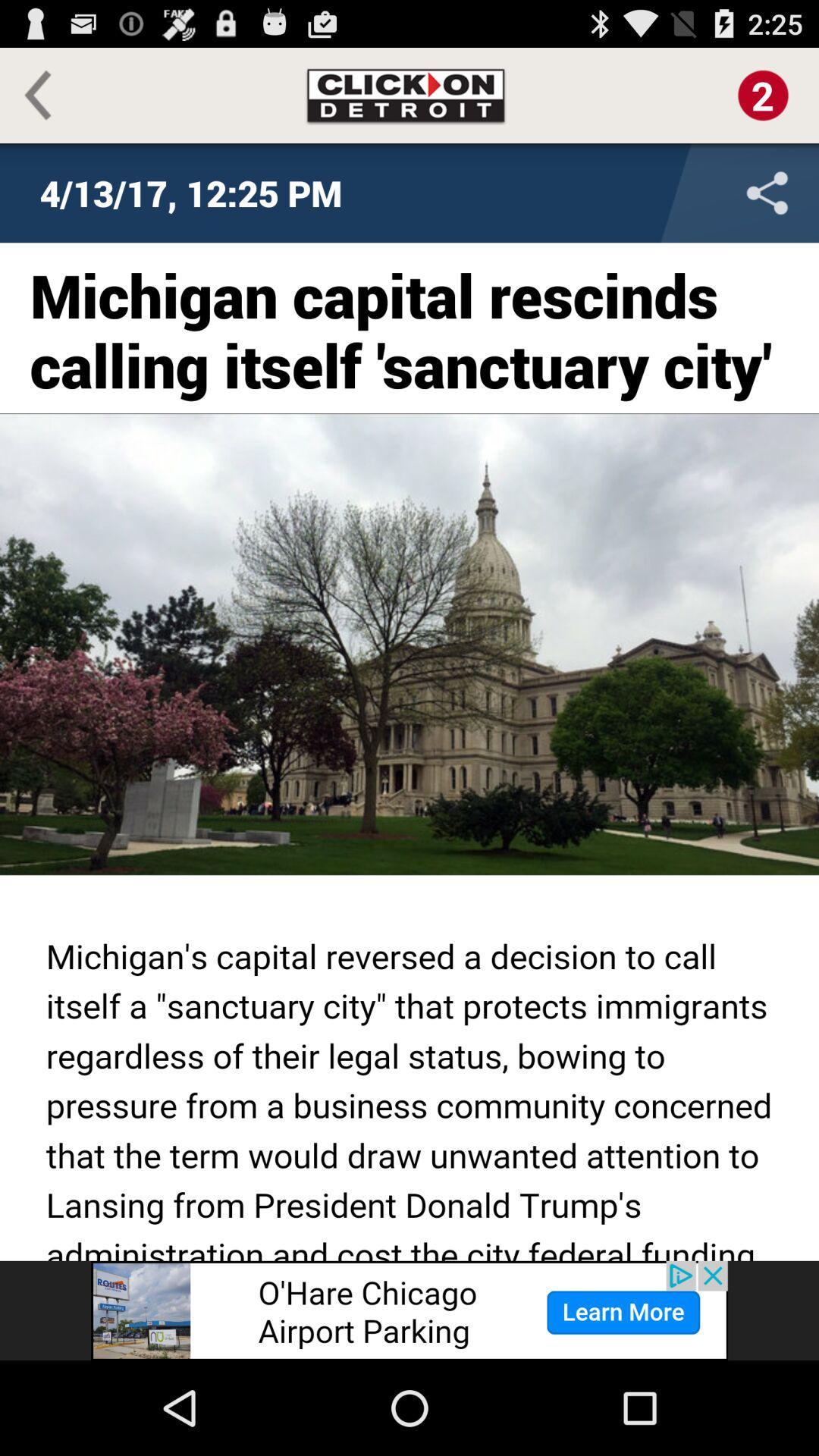  I want to click on advertisement, so click(409, 1310).